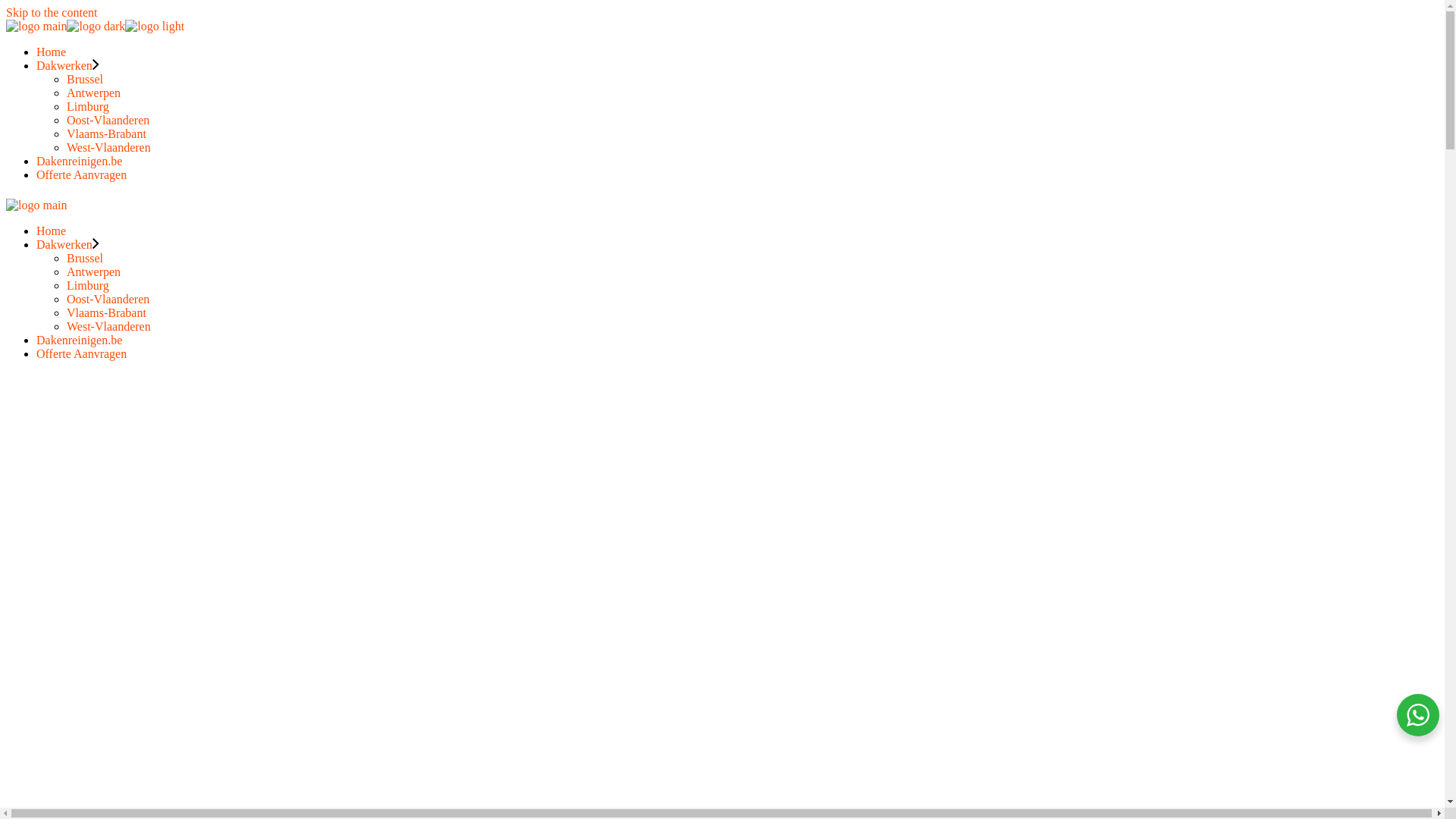 This screenshot has height=819, width=1456. Describe the element at coordinates (65, 133) in the screenshot. I see `'Vlaams-Brabant'` at that location.